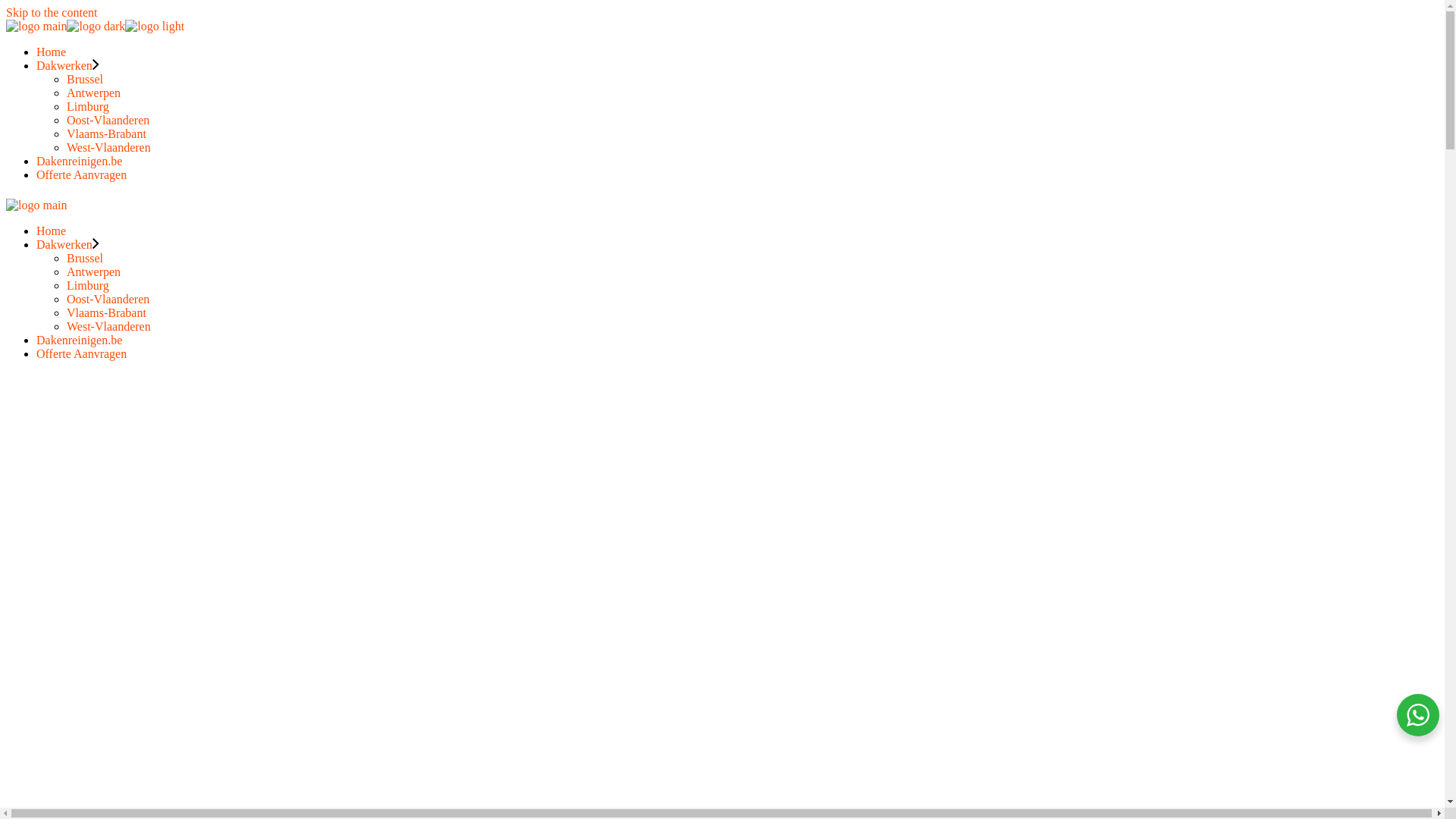 This screenshot has height=819, width=1456. Describe the element at coordinates (65, 133) in the screenshot. I see `'Vlaams-Brabant'` at that location.